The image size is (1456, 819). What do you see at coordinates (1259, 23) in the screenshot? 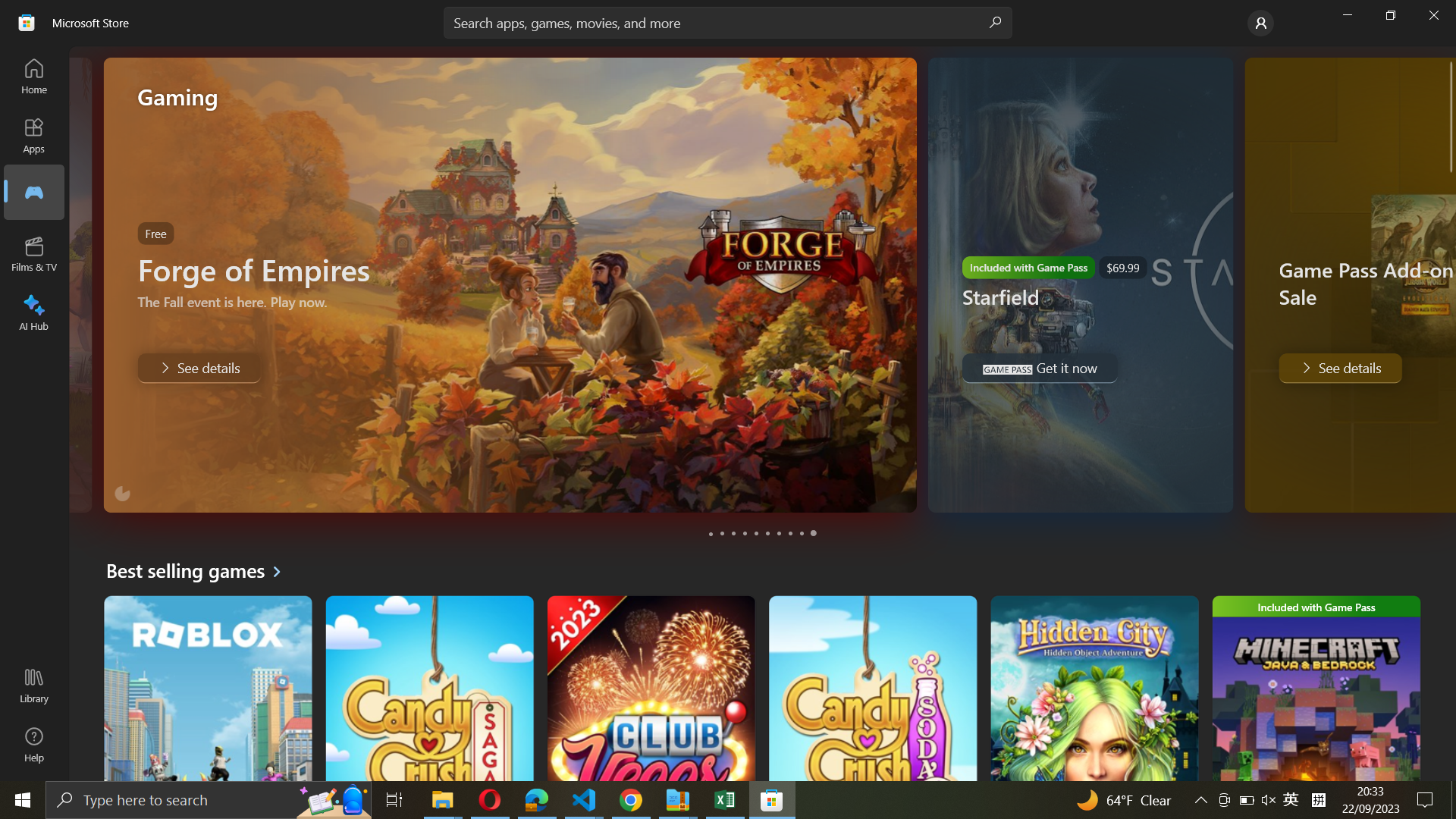
I see `Account settings tab` at bounding box center [1259, 23].